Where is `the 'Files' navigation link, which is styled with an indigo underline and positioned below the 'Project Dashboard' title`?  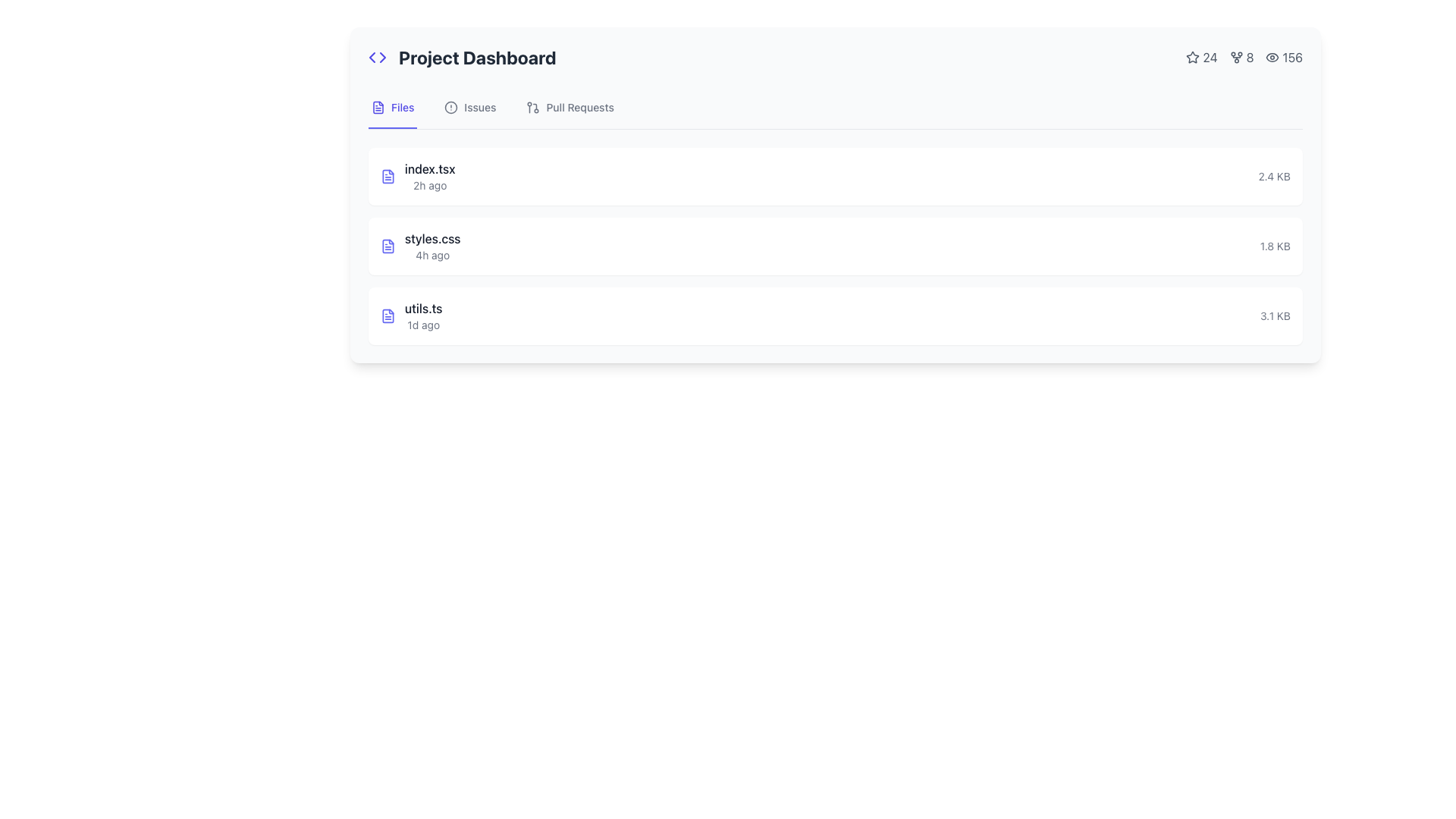 the 'Files' navigation link, which is styled with an indigo underline and positioned below the 'Project Dashboard' title is located at coordinates (393, 107).